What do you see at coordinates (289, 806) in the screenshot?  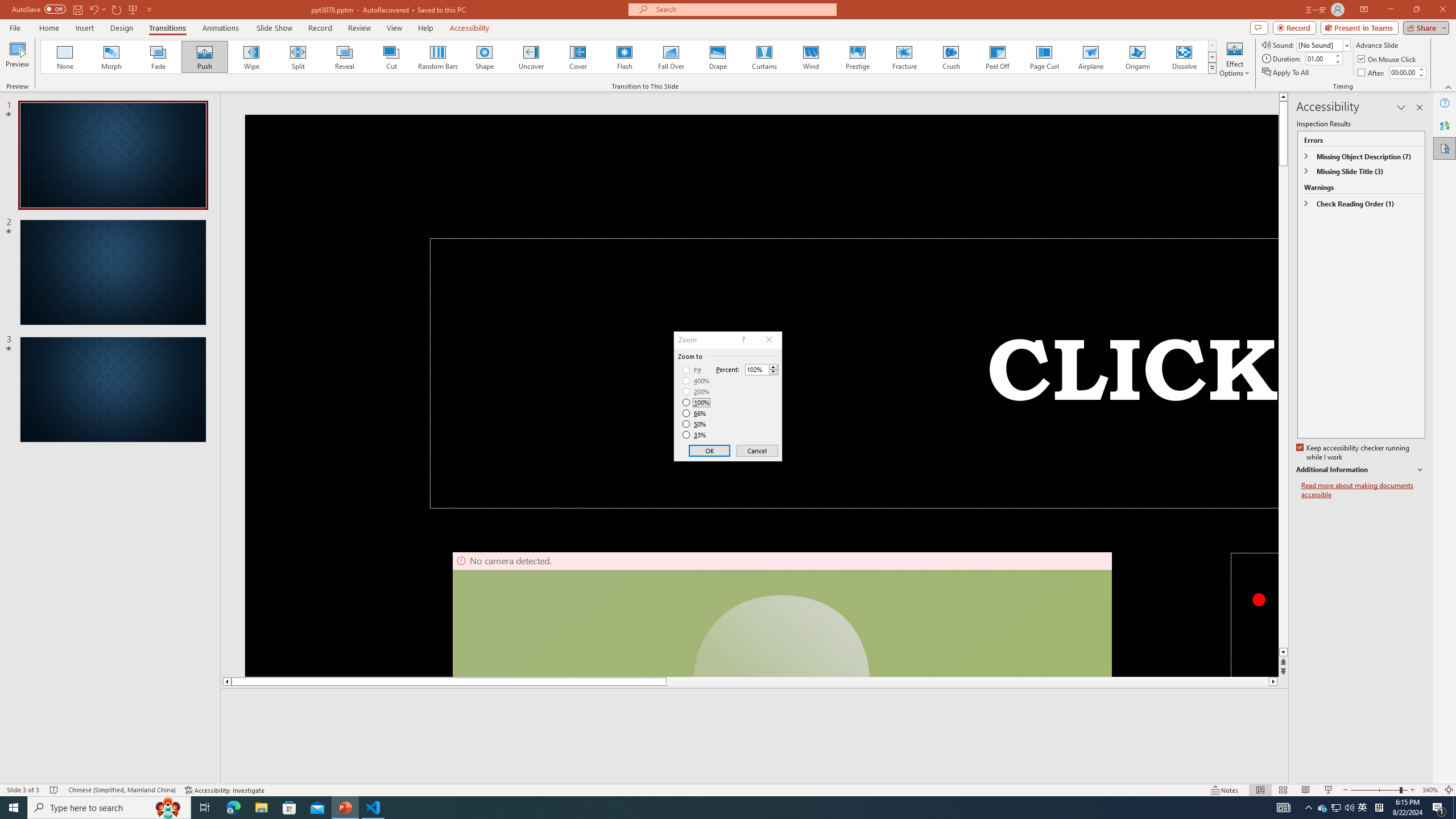 I see `'Microsoft Store'` at bounding box center [289, 806].